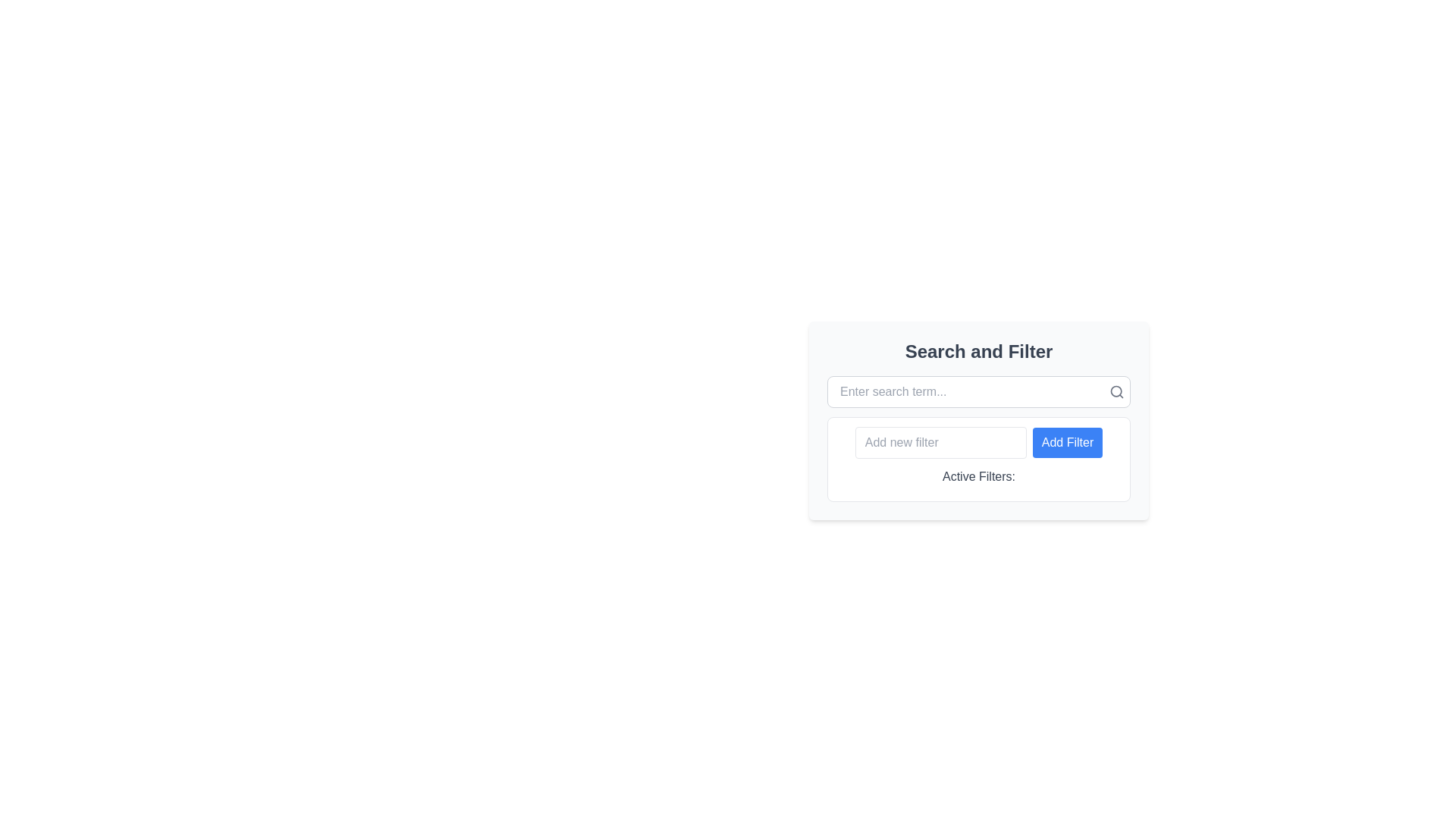  I want to click on the circular part of the magnifying glass icon located on the right side of the 'Enter search term...' input field in the search bar, so click(1116, 391).